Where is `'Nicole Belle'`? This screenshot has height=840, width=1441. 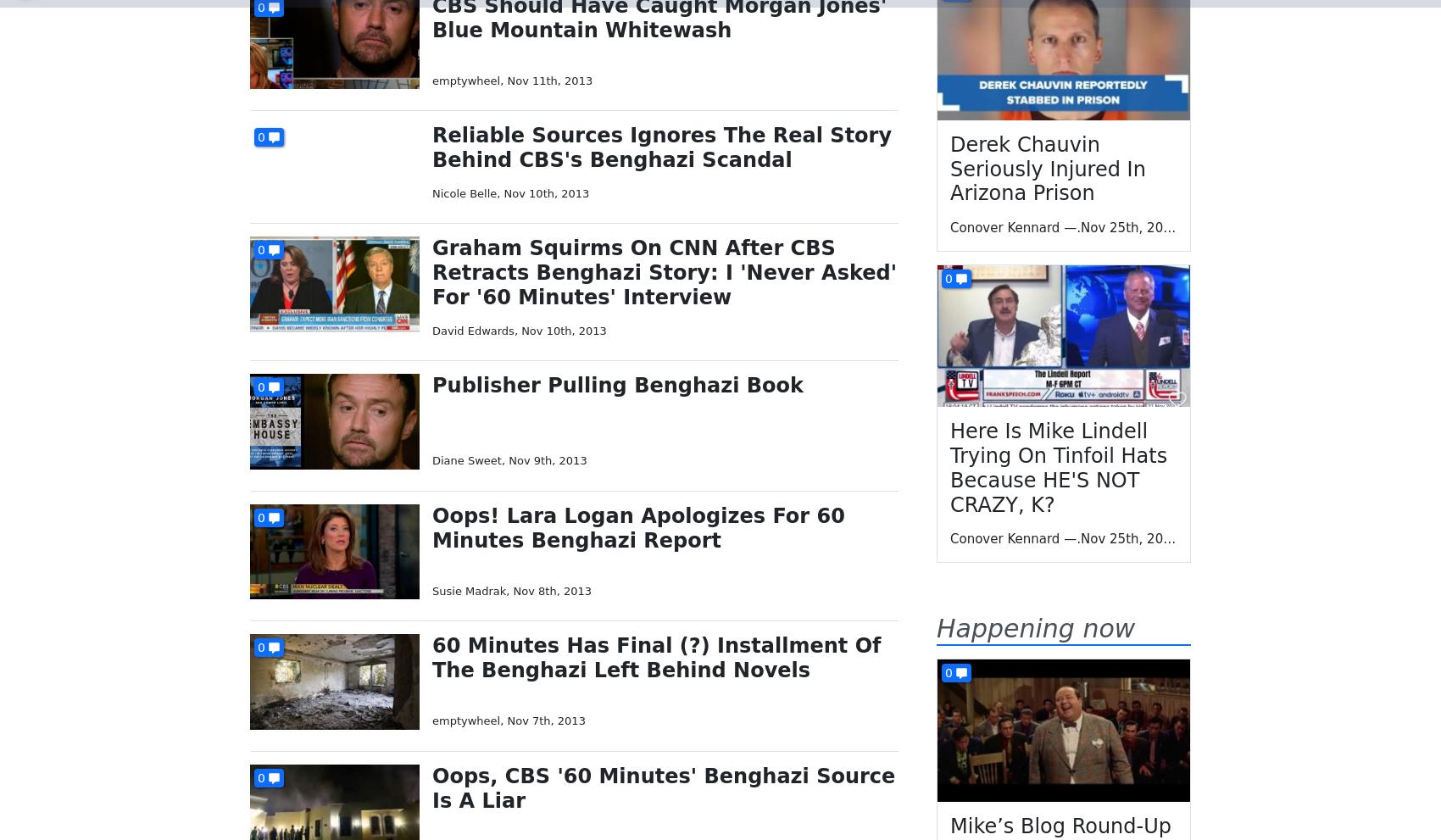
'Nicole Belle' is located at coordinates (464, 192).